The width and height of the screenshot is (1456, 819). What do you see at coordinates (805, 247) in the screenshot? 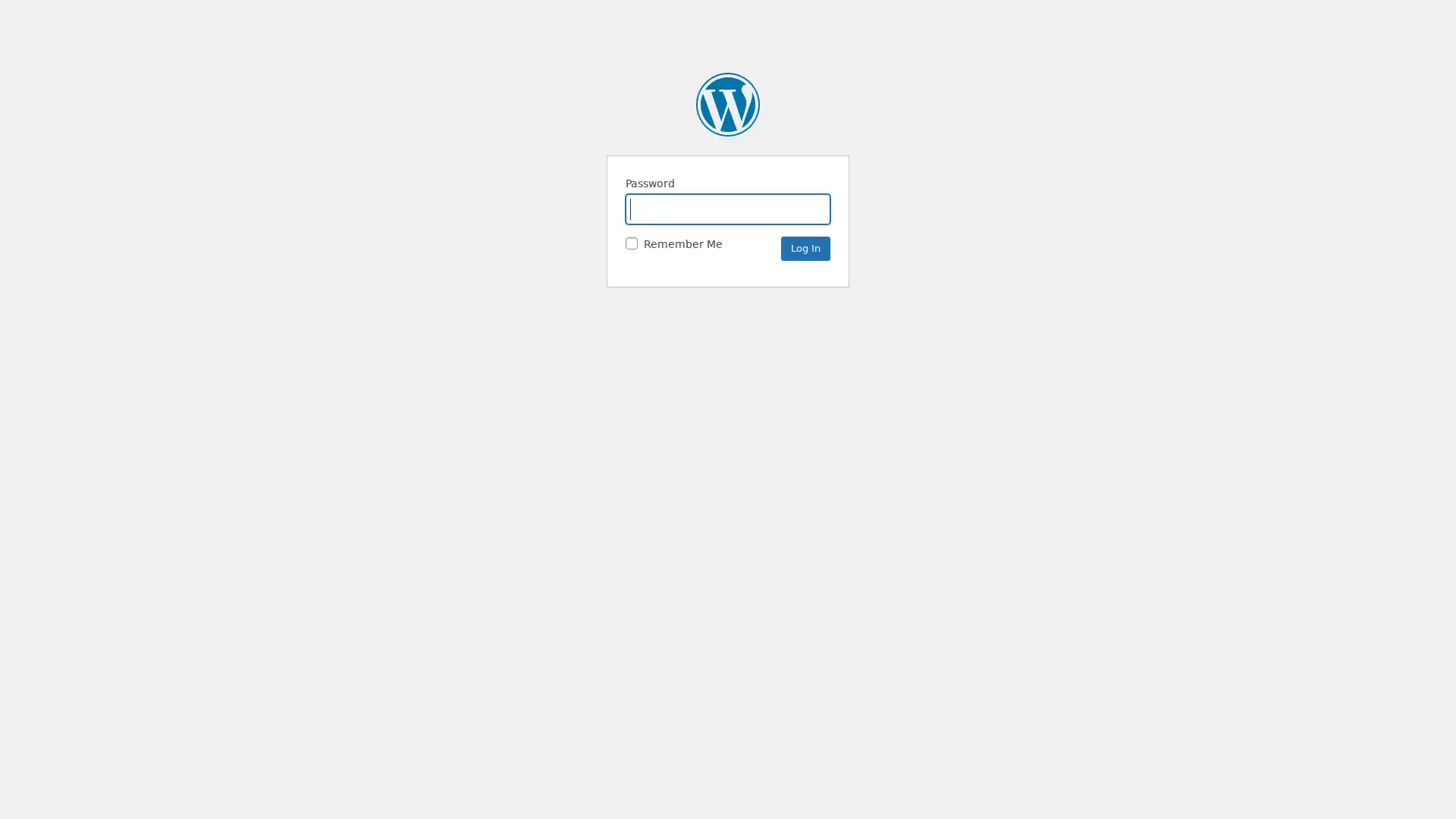
I see `Log In` at bounding box center [805, 247].